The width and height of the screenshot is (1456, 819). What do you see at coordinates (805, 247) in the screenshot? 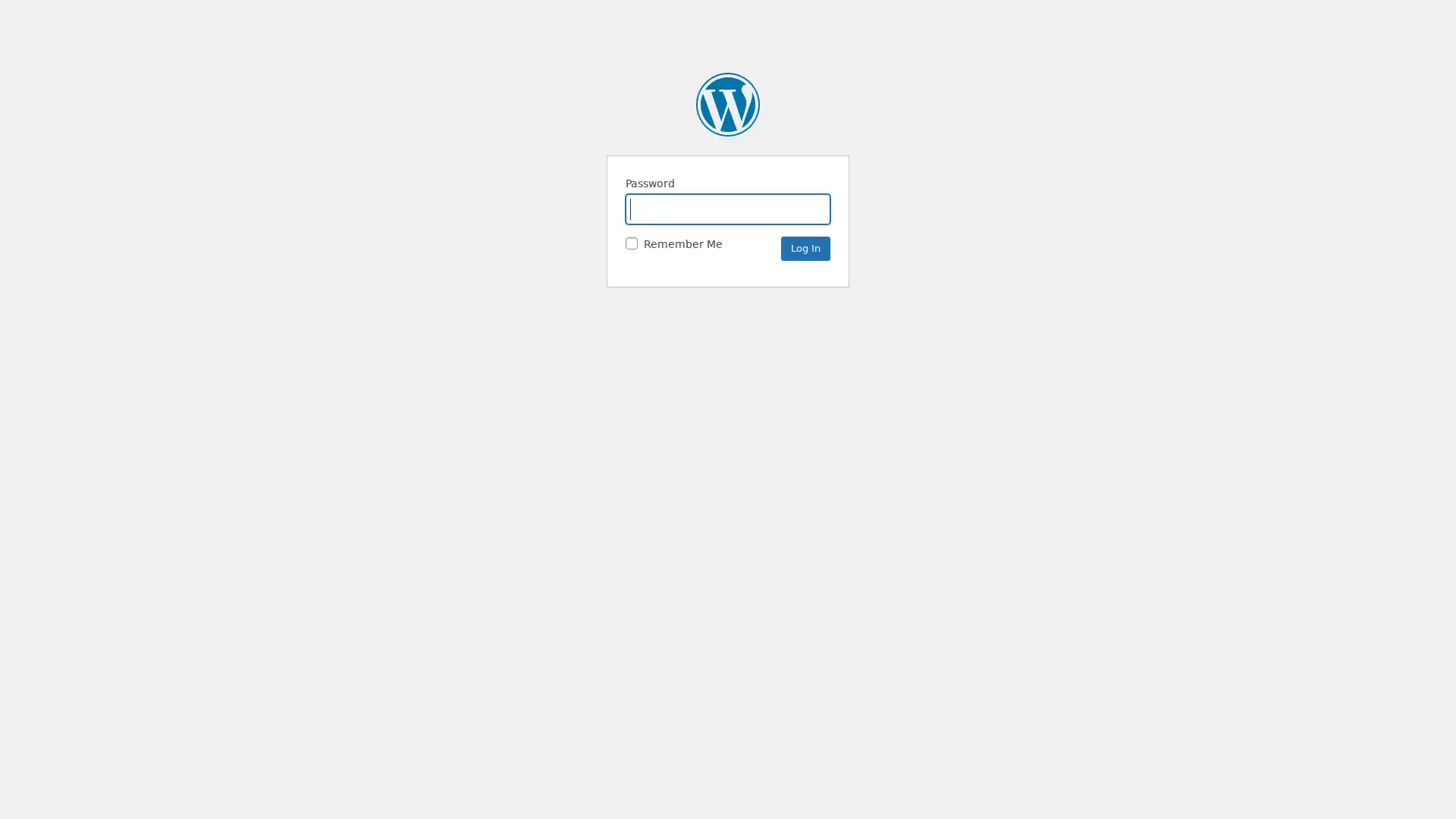
I see `Log In` at bounding box center [805, 247].